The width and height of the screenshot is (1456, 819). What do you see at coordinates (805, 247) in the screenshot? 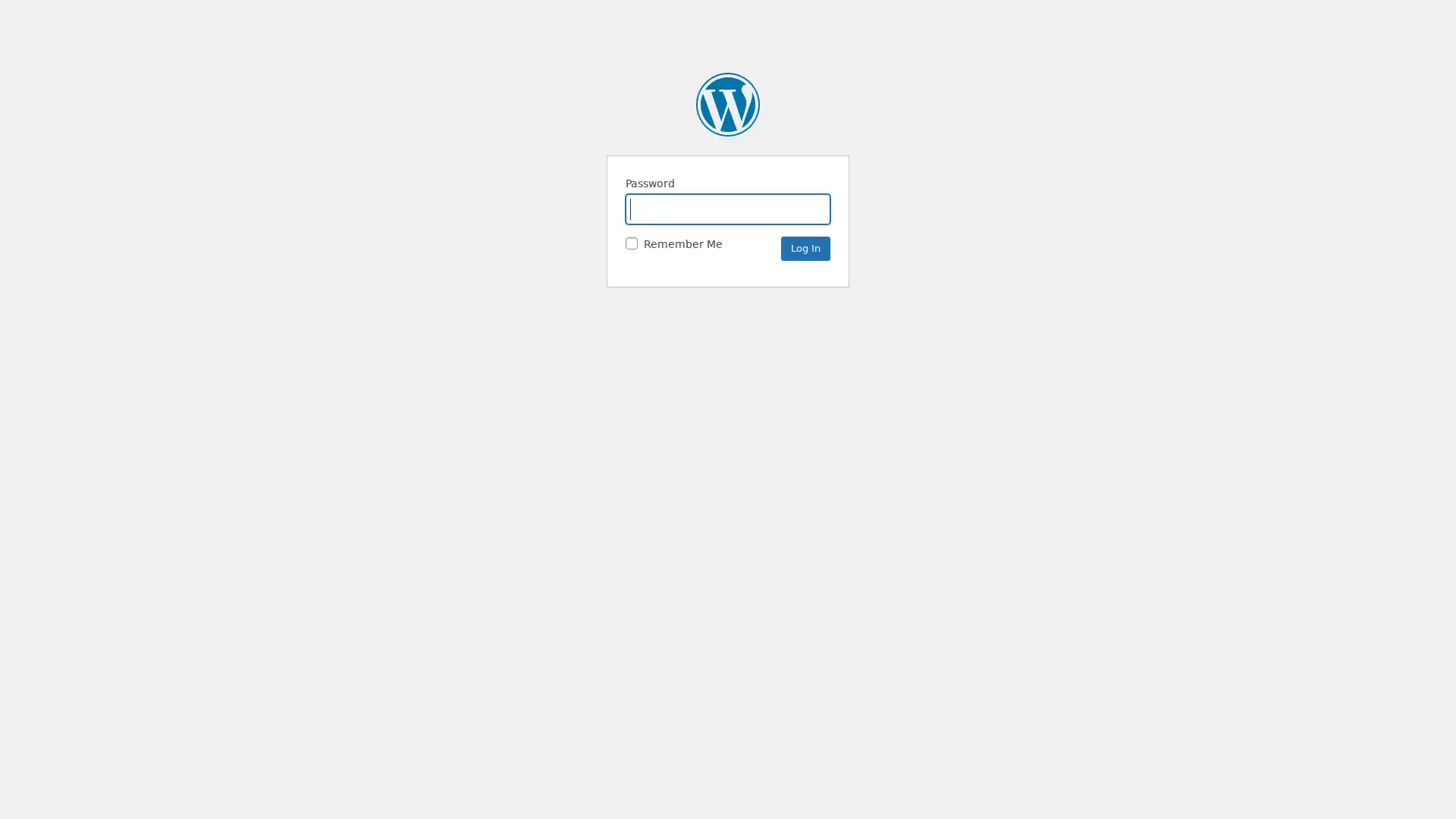
I see `Log In` at bounding box center [805, 247].